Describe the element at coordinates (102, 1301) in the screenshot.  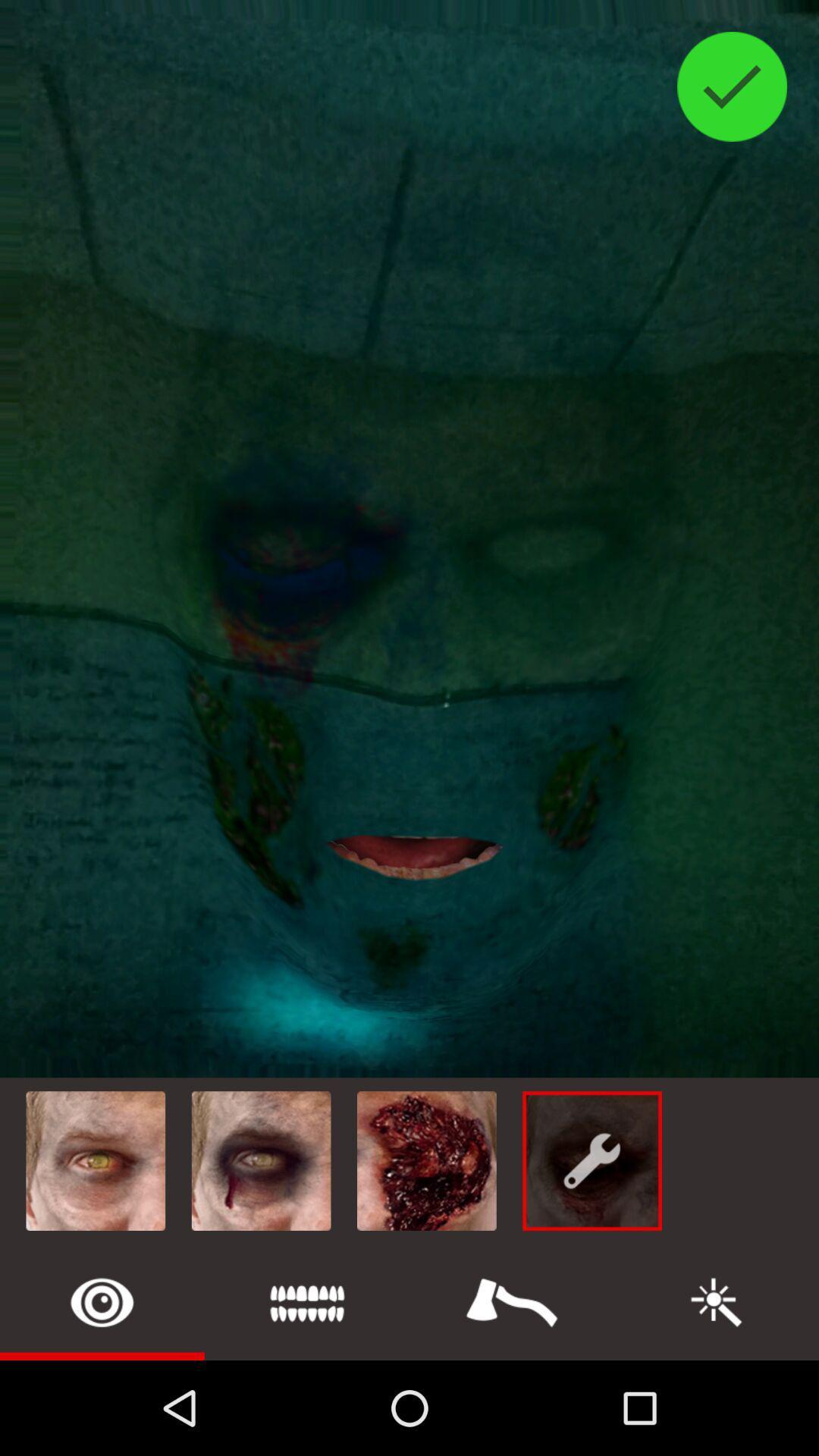
I see `eyes menu` at that location.